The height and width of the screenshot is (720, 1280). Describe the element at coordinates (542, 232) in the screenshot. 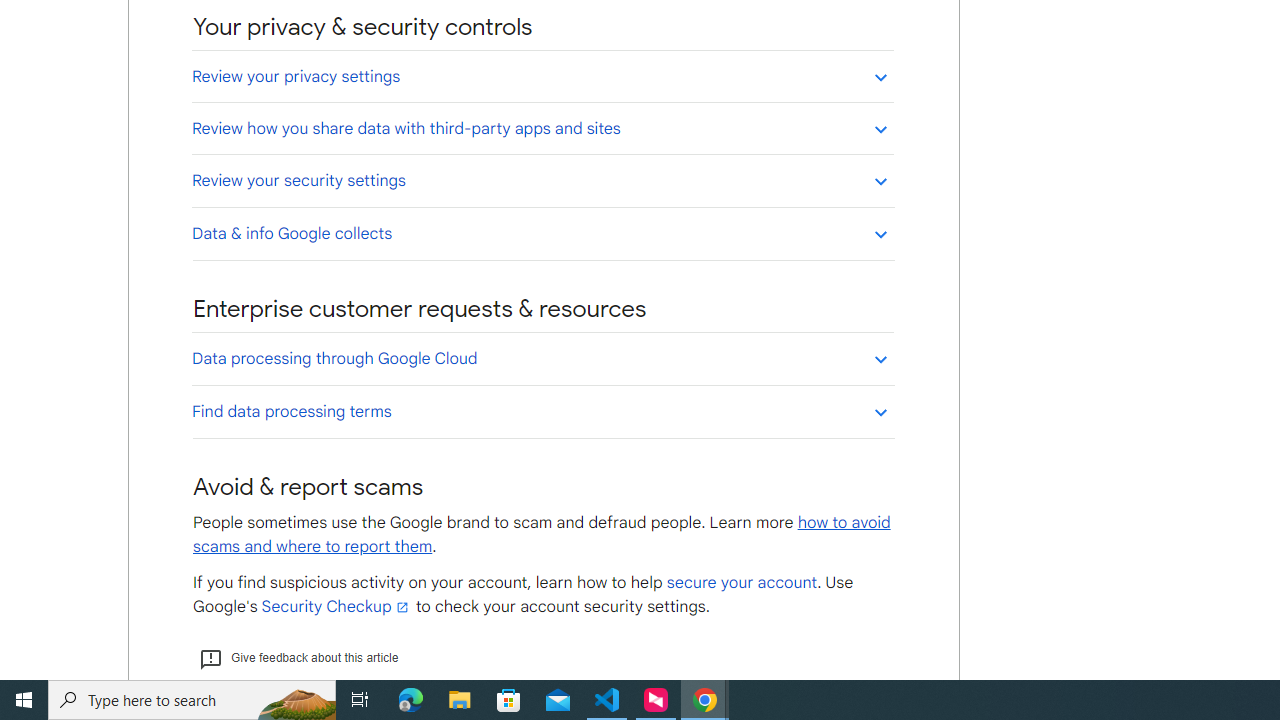

I see `'Data & info Google collects'` at that location.